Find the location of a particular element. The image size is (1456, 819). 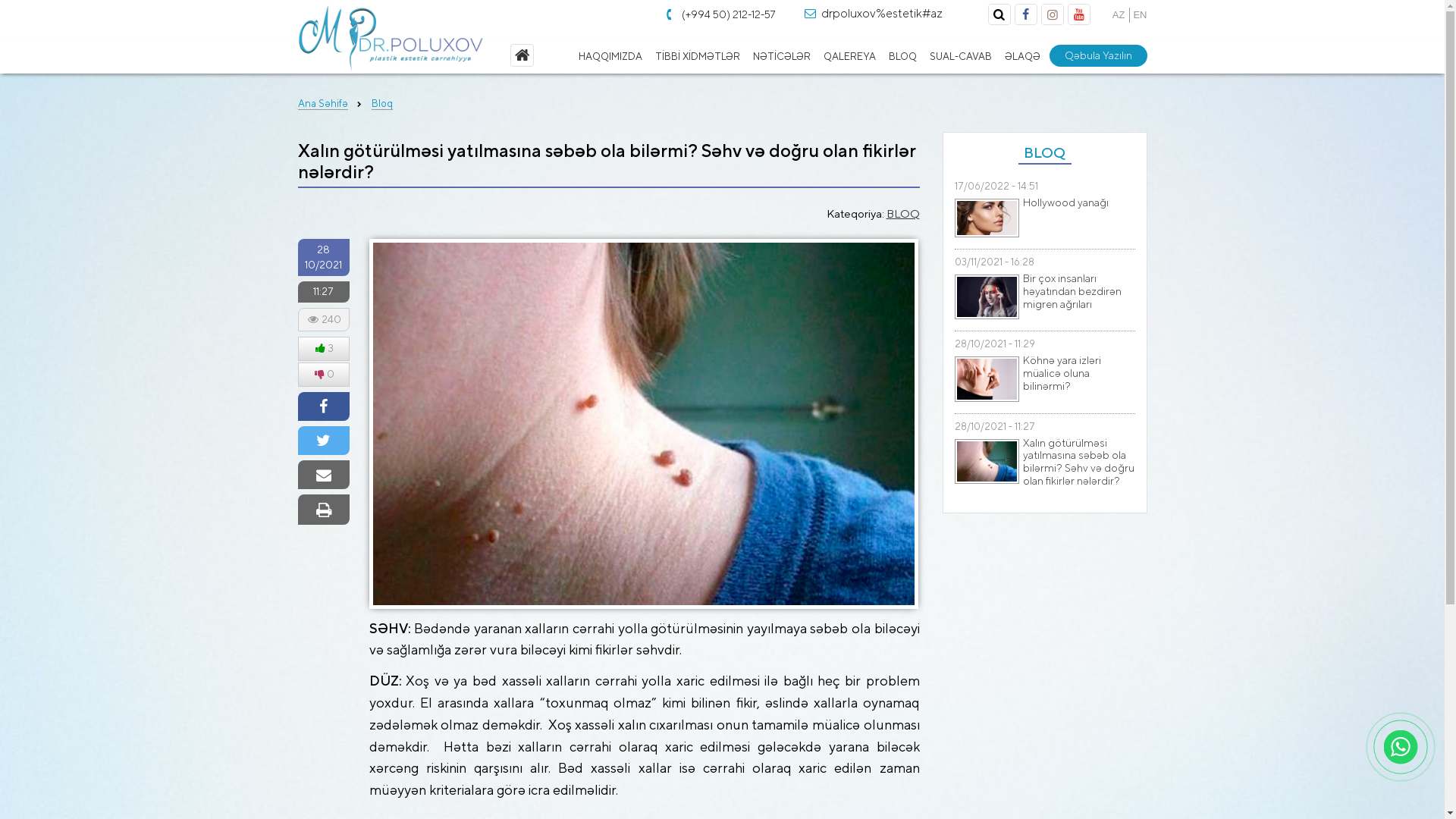

'Instagram' is located at coordinates (1051, 14).